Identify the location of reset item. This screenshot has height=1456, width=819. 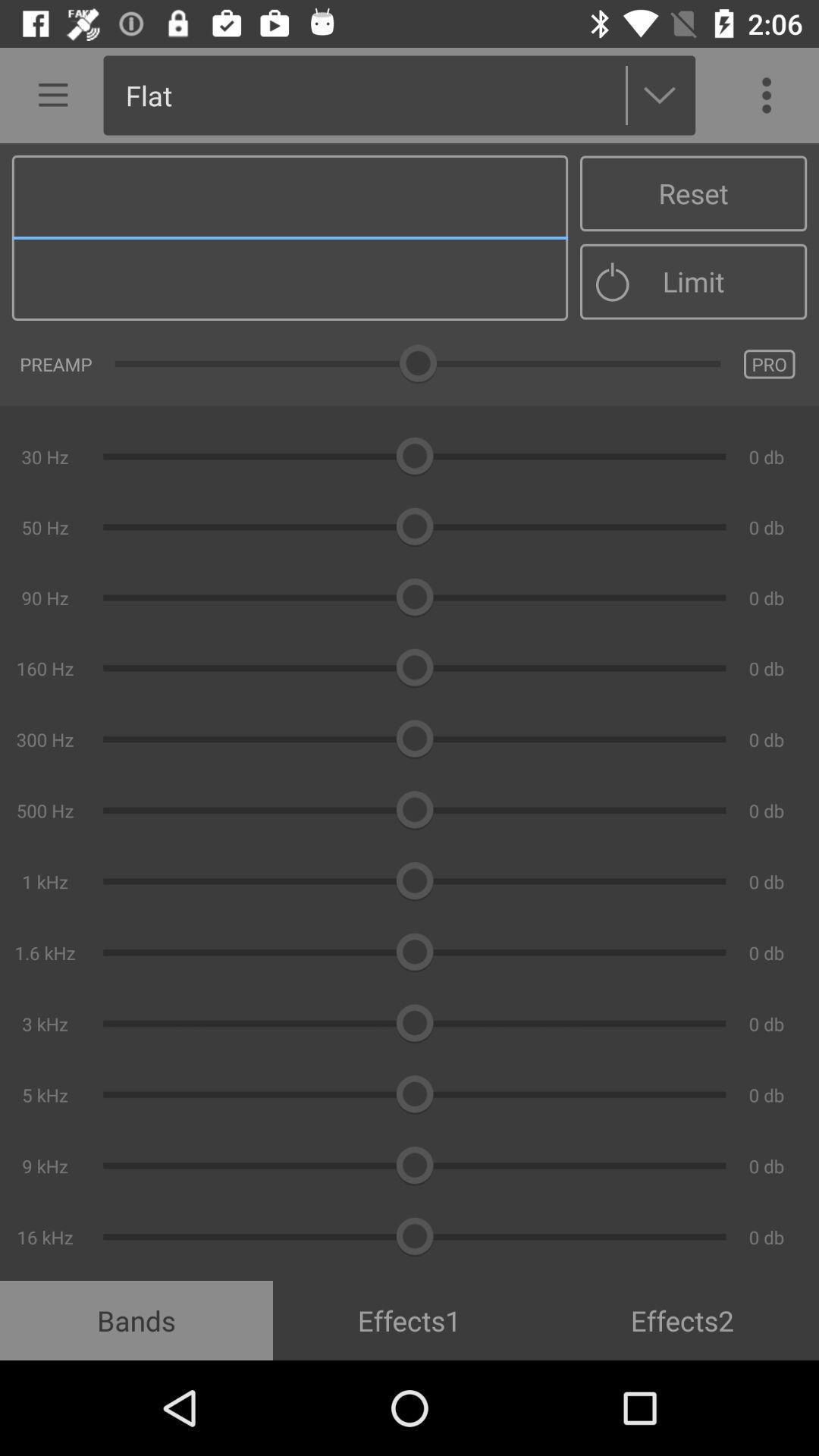
(693, 193).